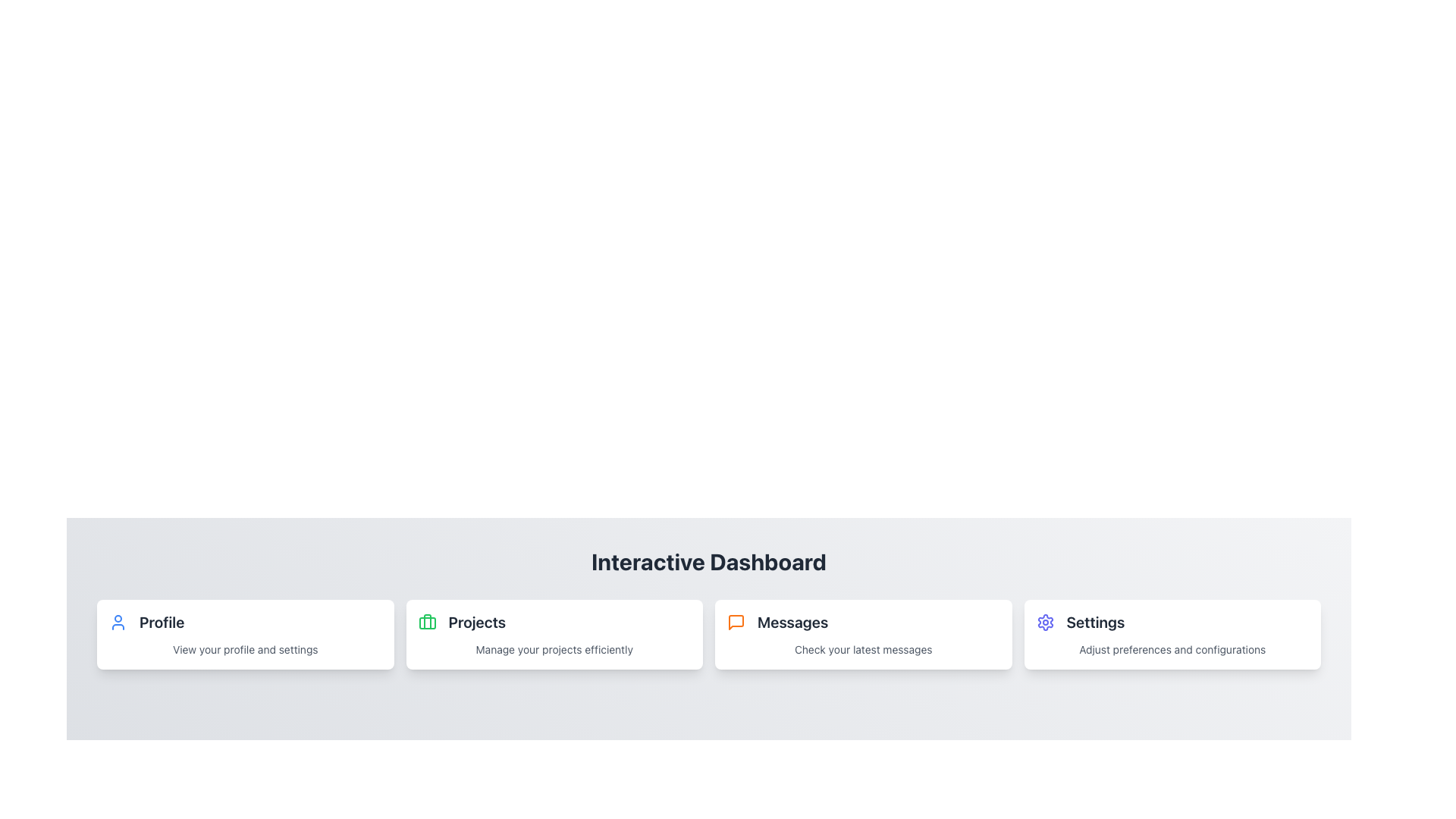  I want to click on the small descriptive text label providing guidance for the 'Settings' card, located at the bottom of the card immediately below the 'Settings' heading, so click(1172, 648).